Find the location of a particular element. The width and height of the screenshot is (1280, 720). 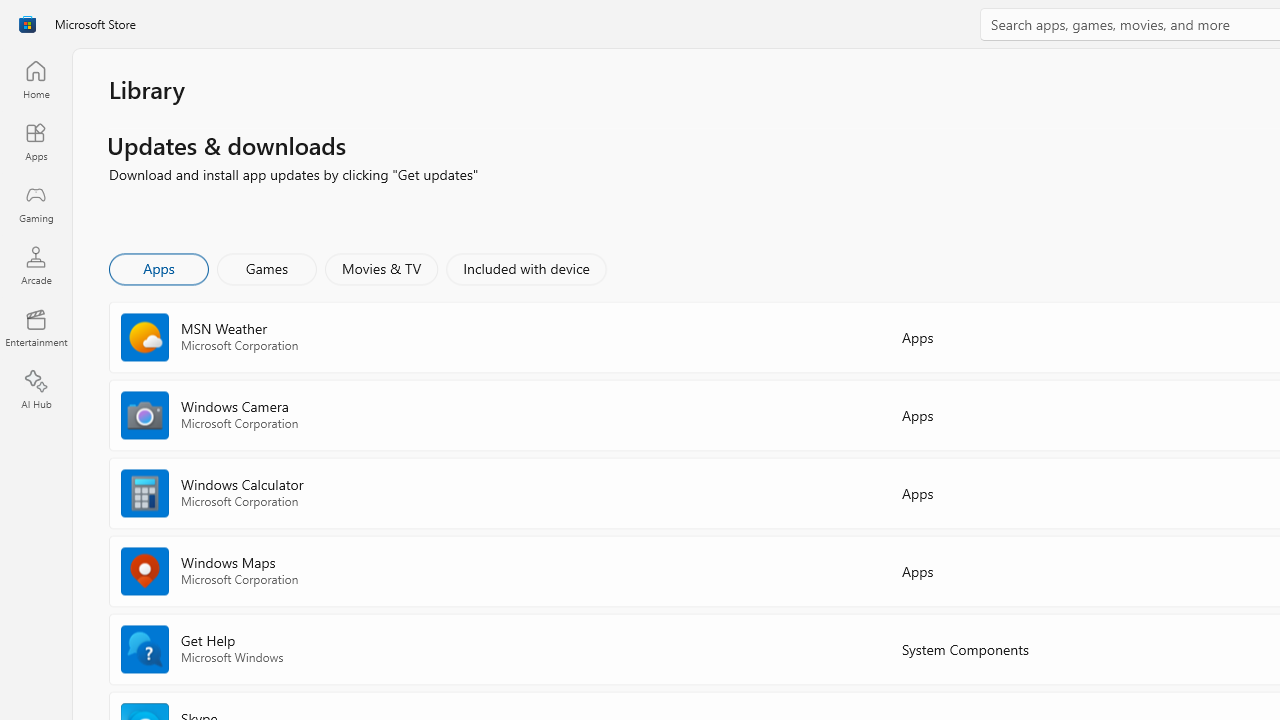

'Class: Image' is located at coordinates (27, 24).